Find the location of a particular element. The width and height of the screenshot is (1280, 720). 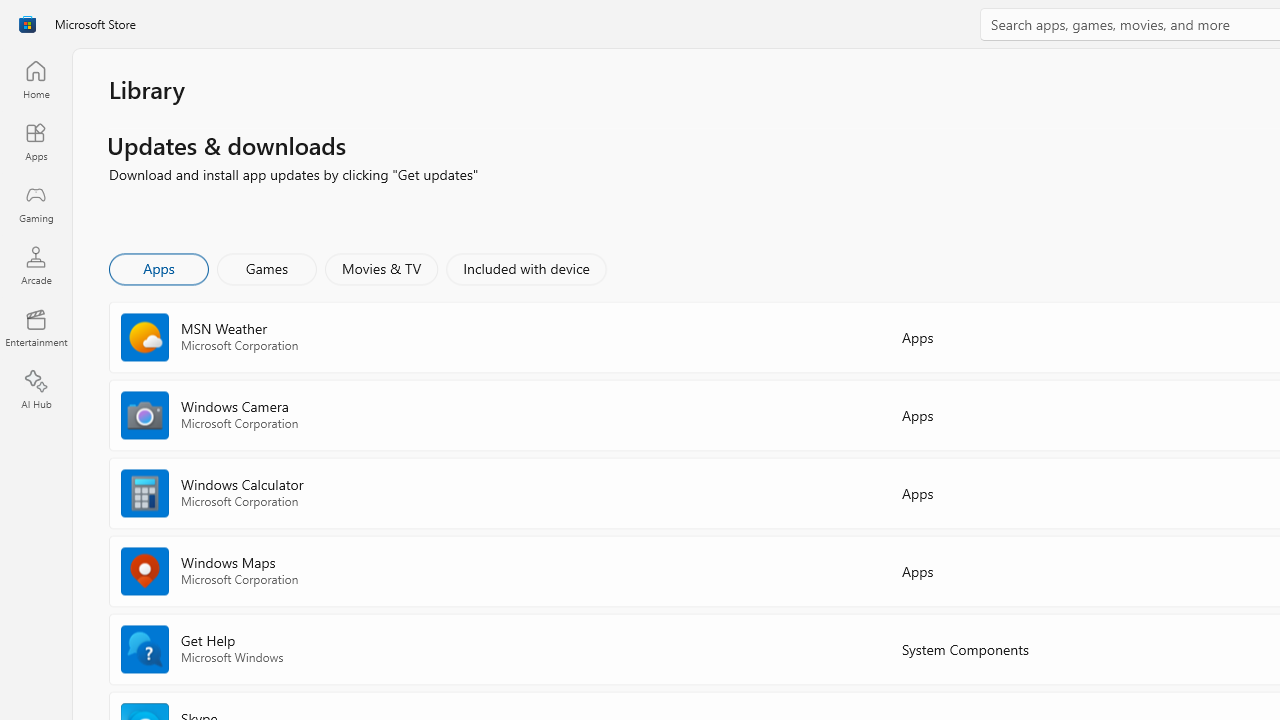

'Class: Image' is located at coordinates (27, 24).